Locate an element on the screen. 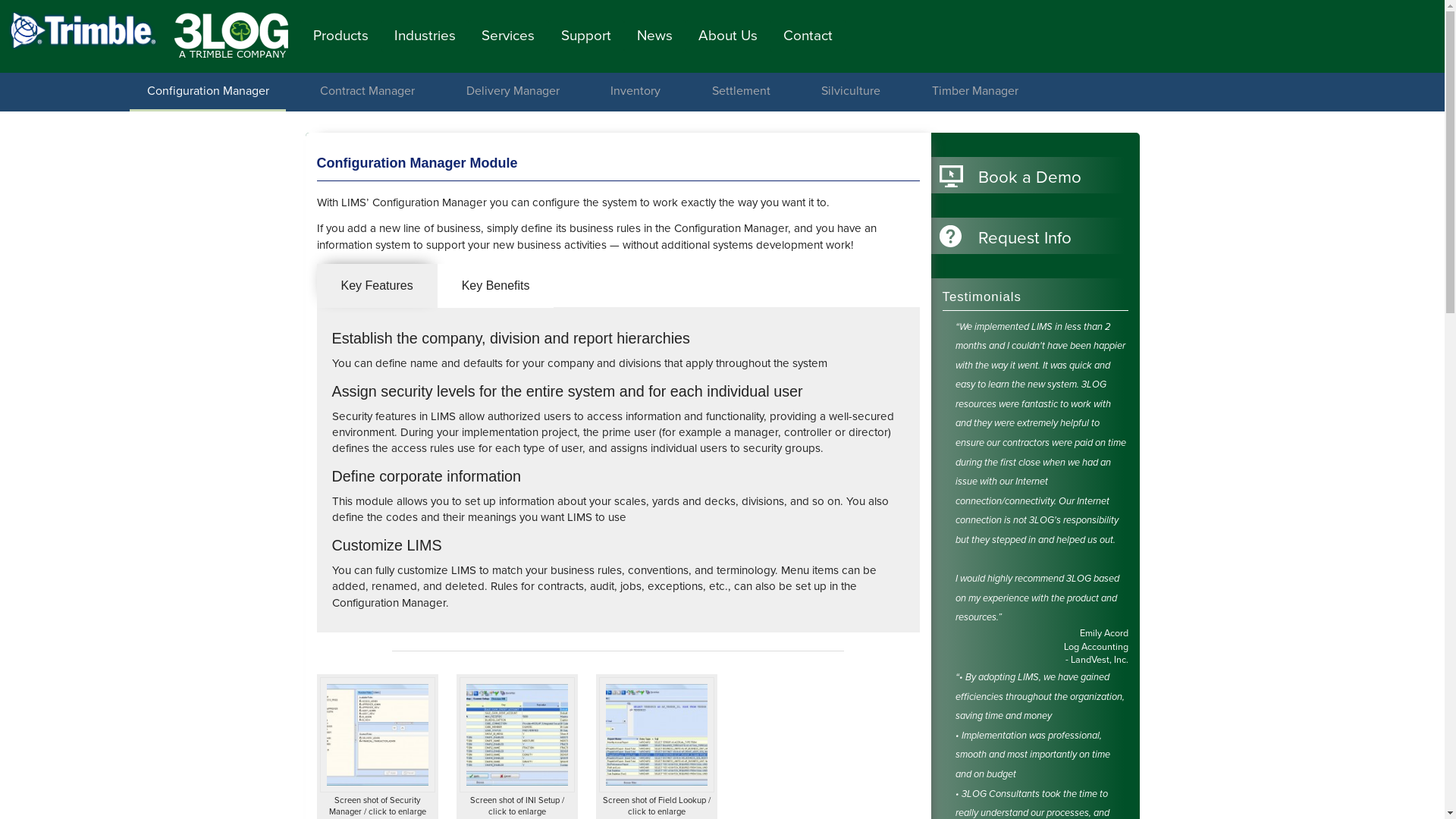 Image resolution: width=1456 pixels, height=819 pixels. 'Contact' is located at coordinates (807, 35).